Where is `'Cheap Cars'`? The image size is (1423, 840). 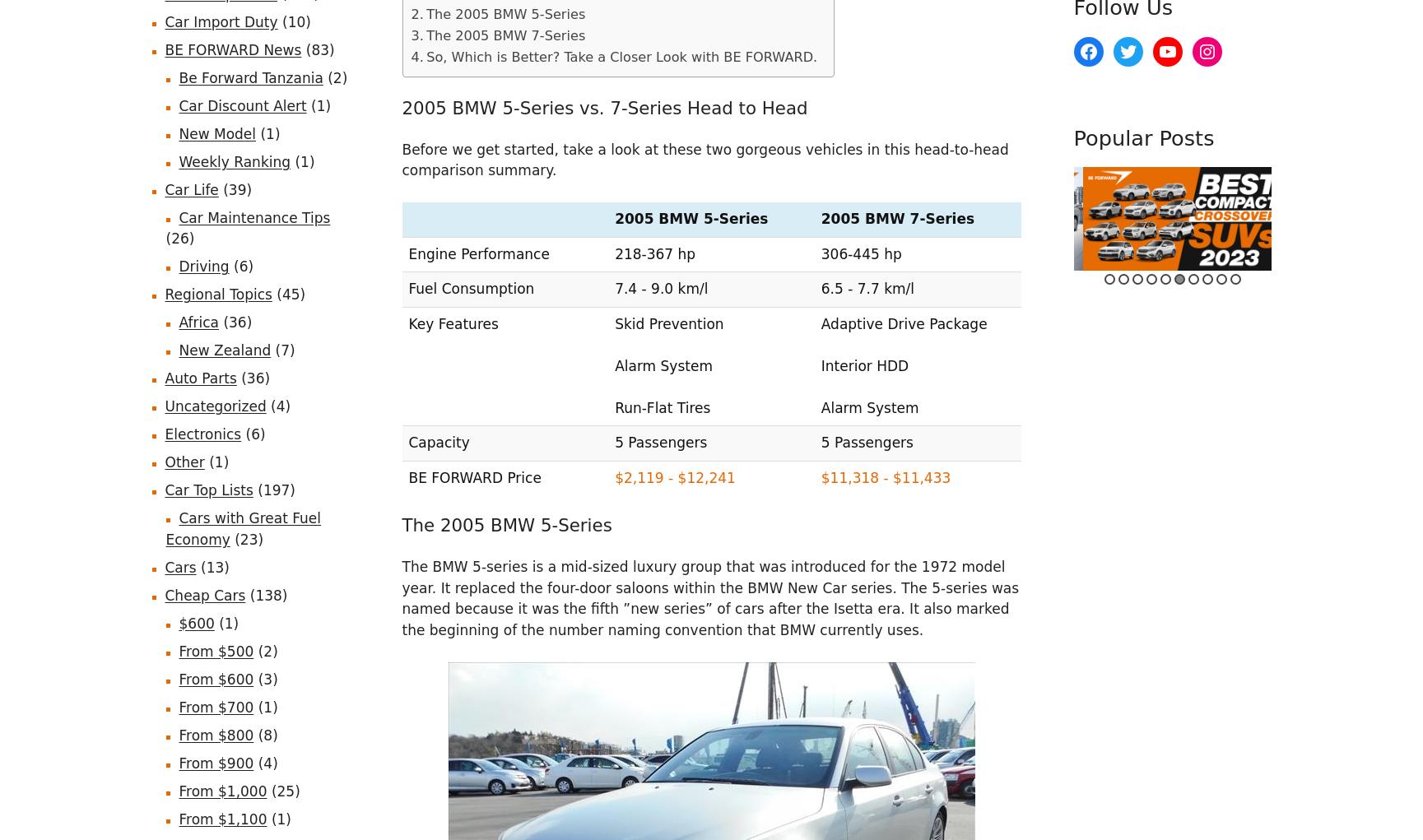
'Cheap Cars' is located at coordinates (204, 593).